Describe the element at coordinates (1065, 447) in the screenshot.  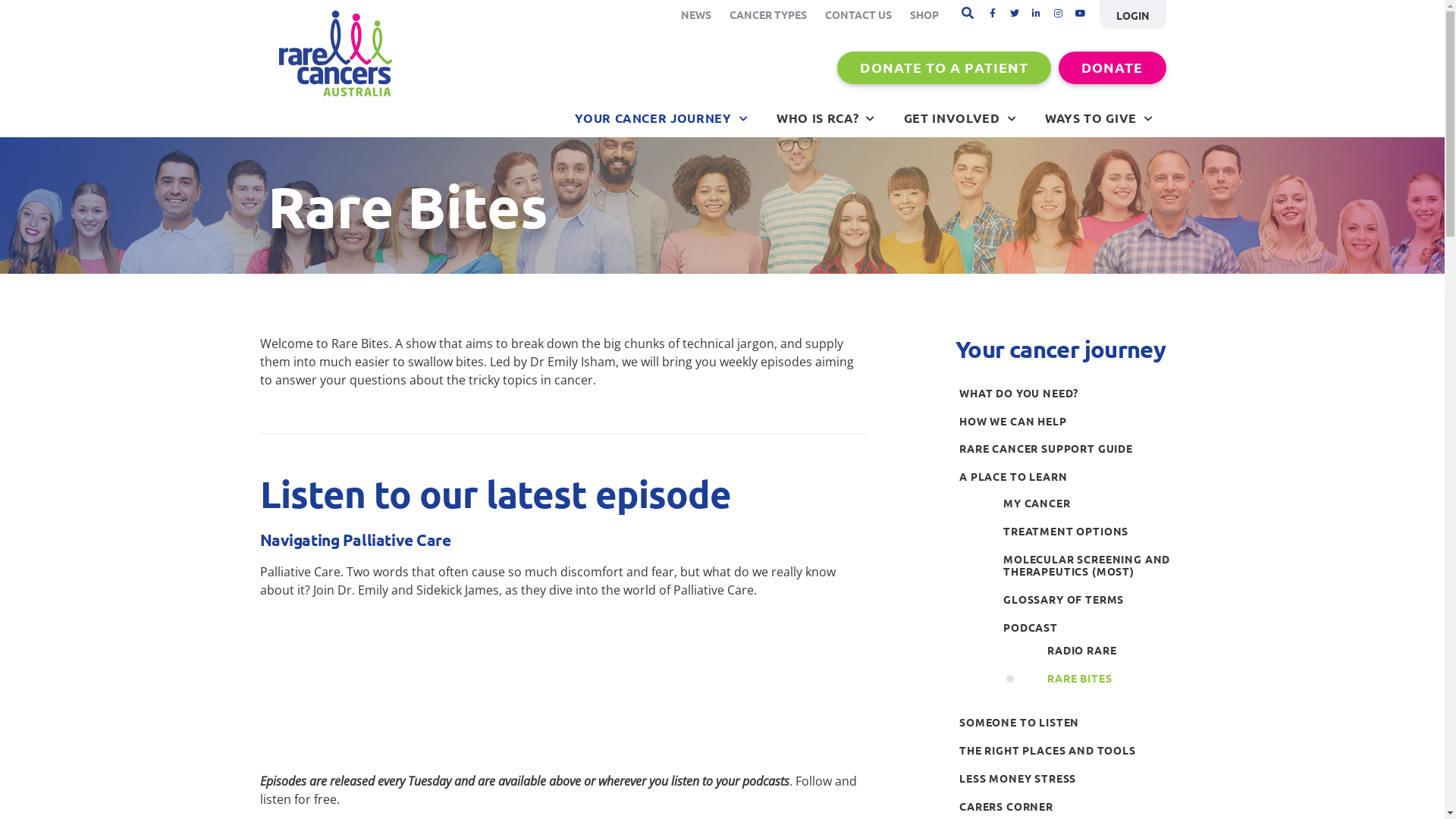
I see `'RARE CANCER SUPPORT GUIDE'` at that location.